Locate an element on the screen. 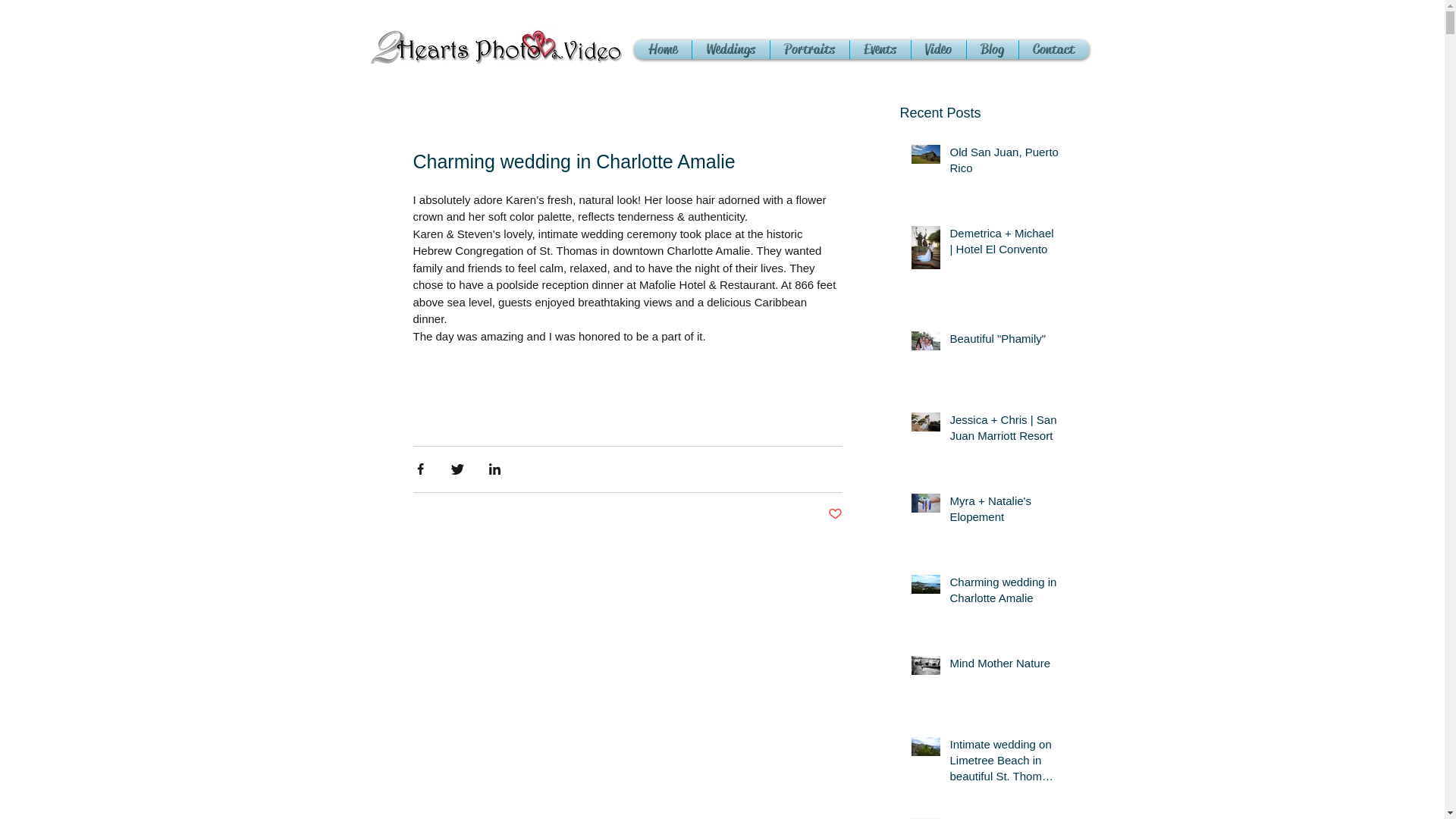  'Home' is located at coordinates (662, 49).